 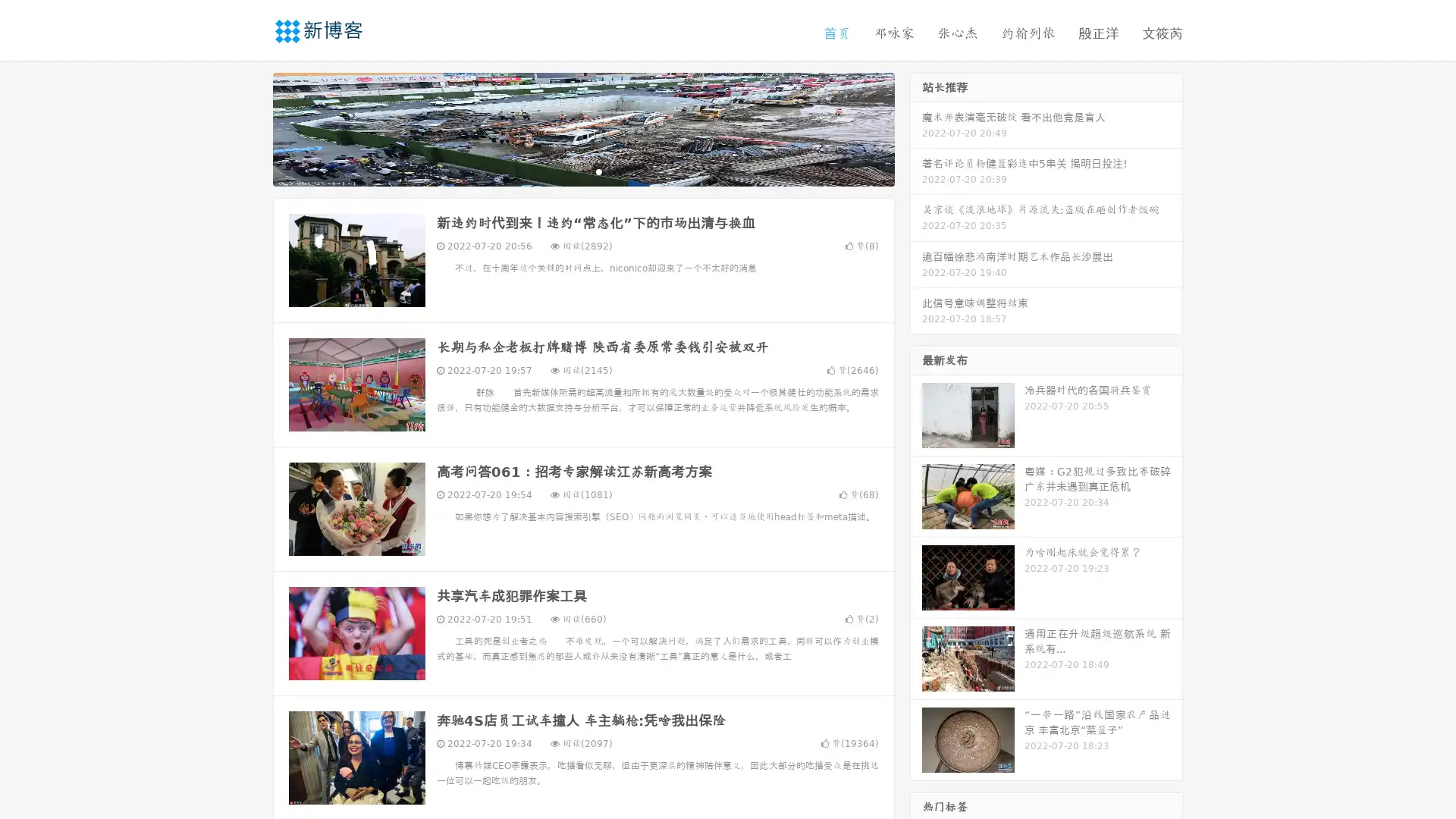 I want to click on Go to slide 3, so click(x=598, y=171).